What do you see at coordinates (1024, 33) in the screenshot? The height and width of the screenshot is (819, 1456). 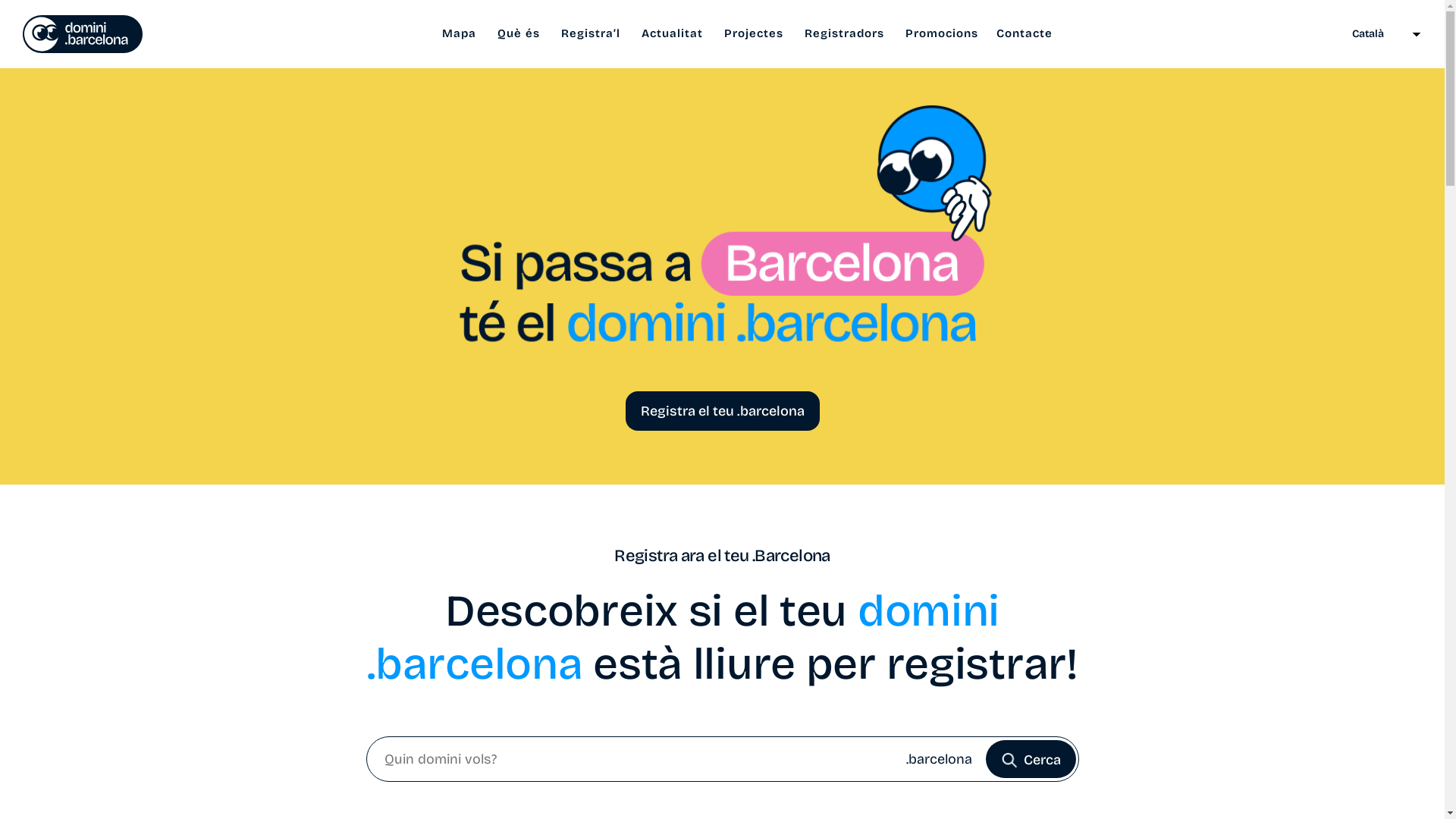 I see `'Contacte'` at bounding box center [1024, 33].